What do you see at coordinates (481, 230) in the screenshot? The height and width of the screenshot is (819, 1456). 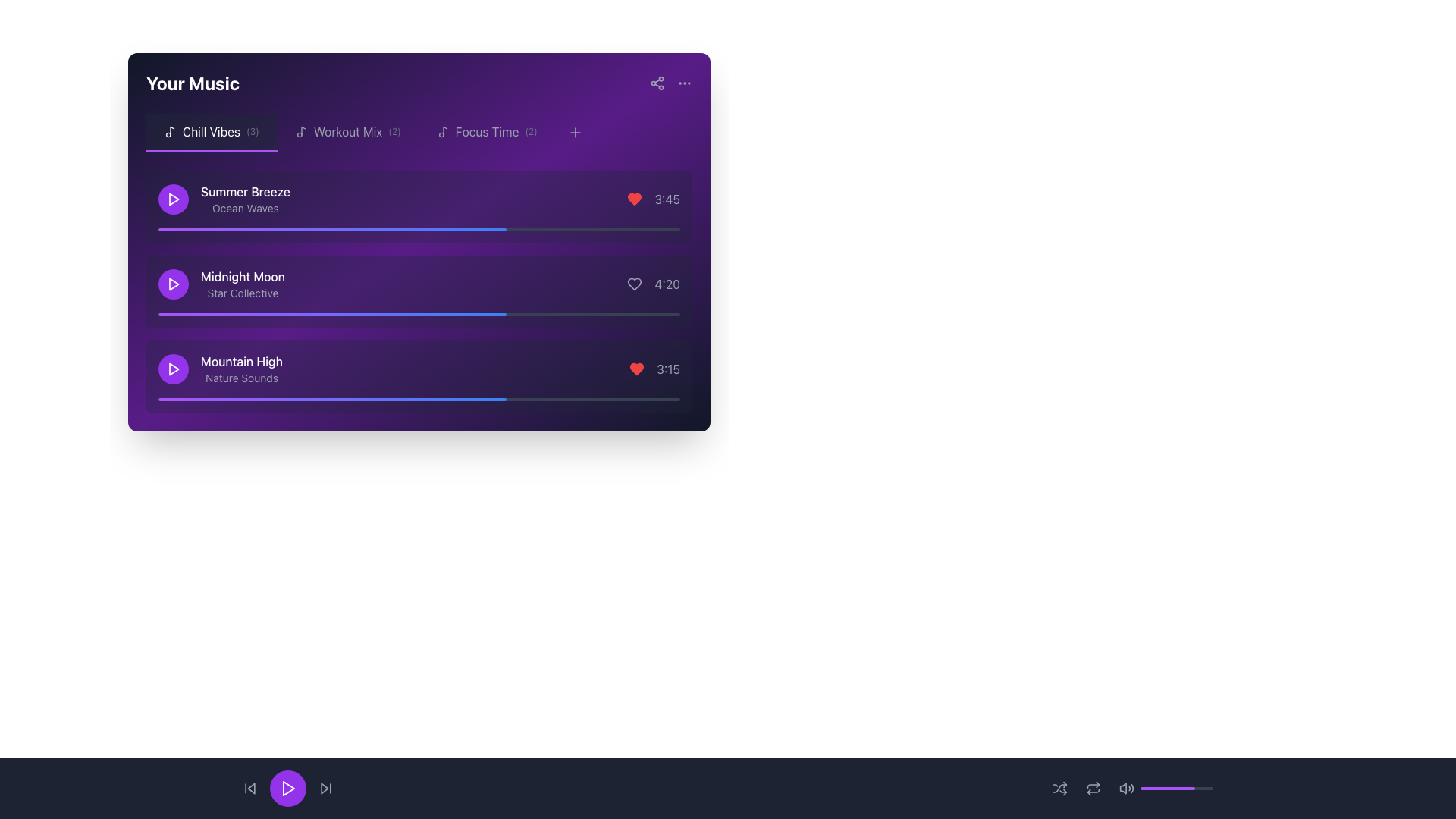 I see `progress` at bounding box center [481, 230].